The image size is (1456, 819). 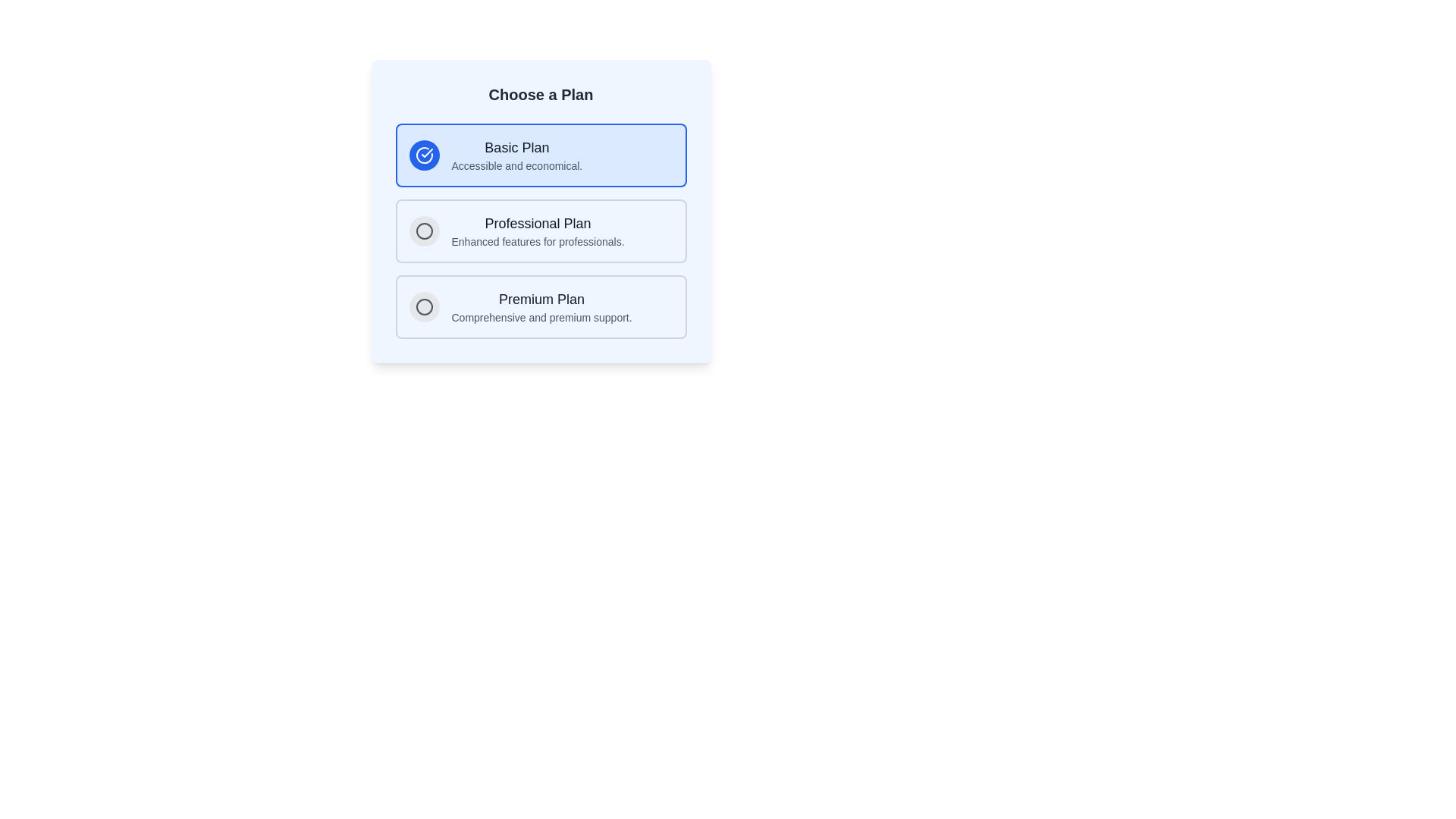 I want to click on the selection confirmation icon for the 'Basic Plan' card, located at the top-left corner next to the text 'Basic Plan Accessible and economical.', so click(x=424, y=155).